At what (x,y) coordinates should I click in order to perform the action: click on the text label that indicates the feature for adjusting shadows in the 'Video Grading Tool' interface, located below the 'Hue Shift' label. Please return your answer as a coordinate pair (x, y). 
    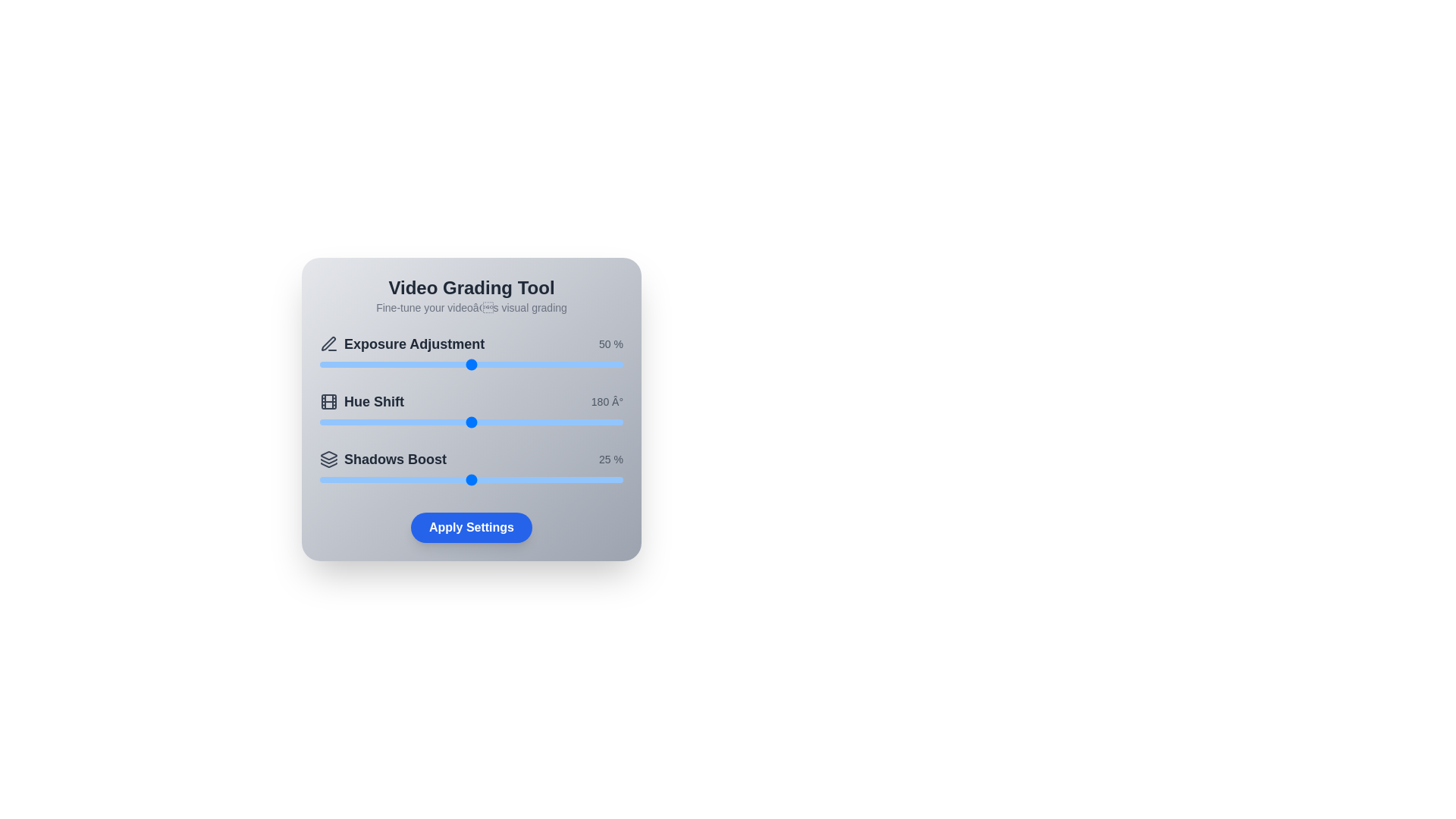
    Looking at the image, I should click on (395, 458).